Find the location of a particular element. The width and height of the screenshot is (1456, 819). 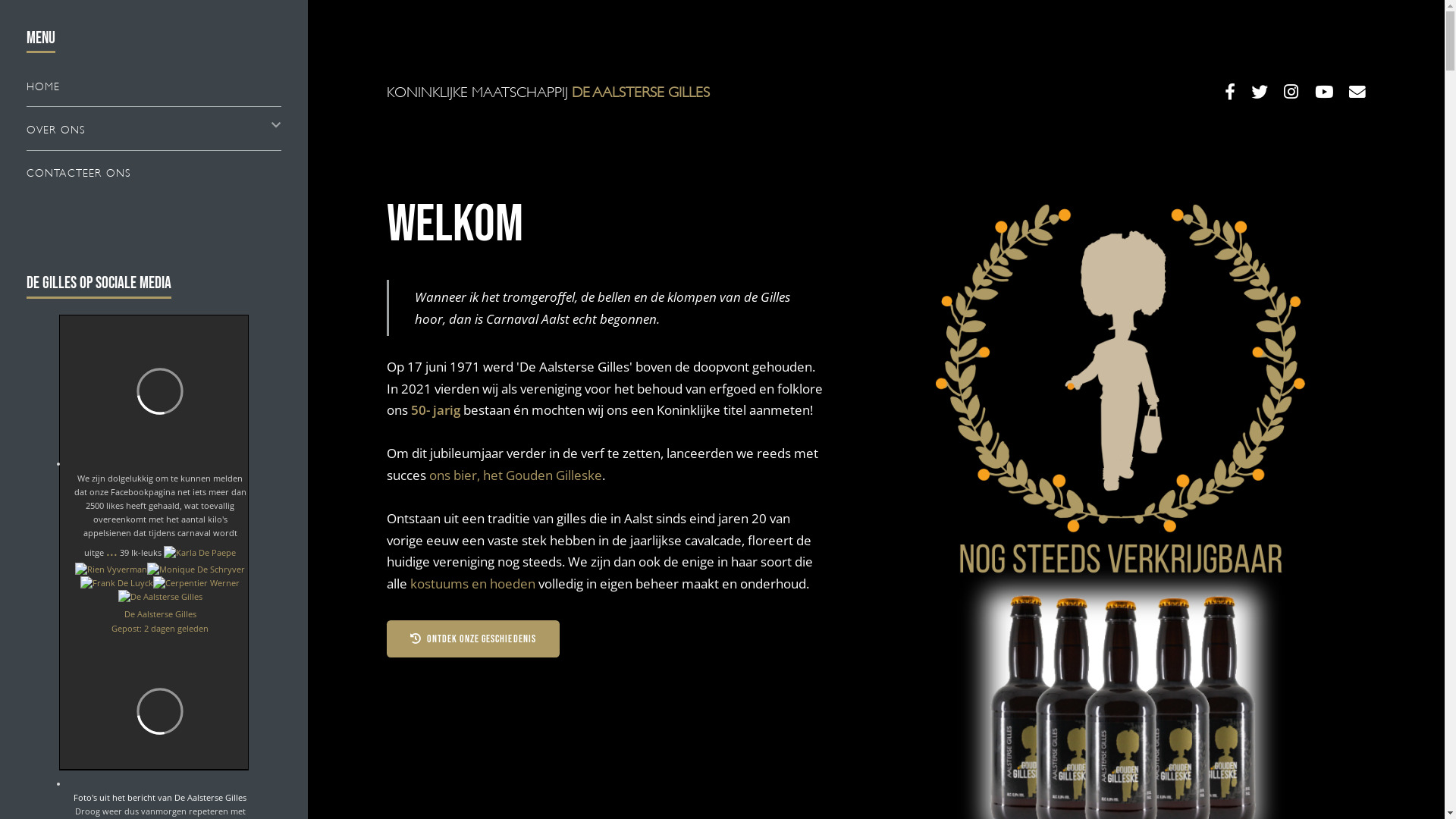

'Karla De Paepe' is located at coordinates (199, 553).